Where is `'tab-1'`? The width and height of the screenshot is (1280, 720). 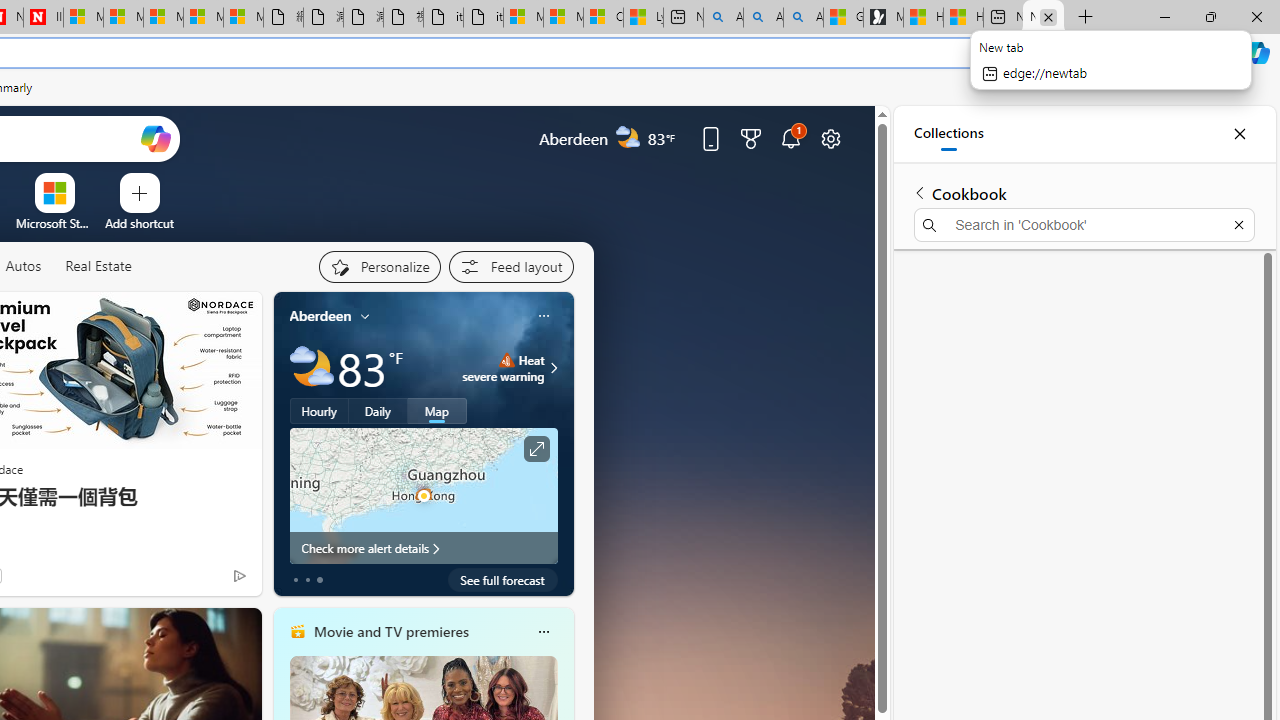 'tab-1' is located at coordinates (306, 579).